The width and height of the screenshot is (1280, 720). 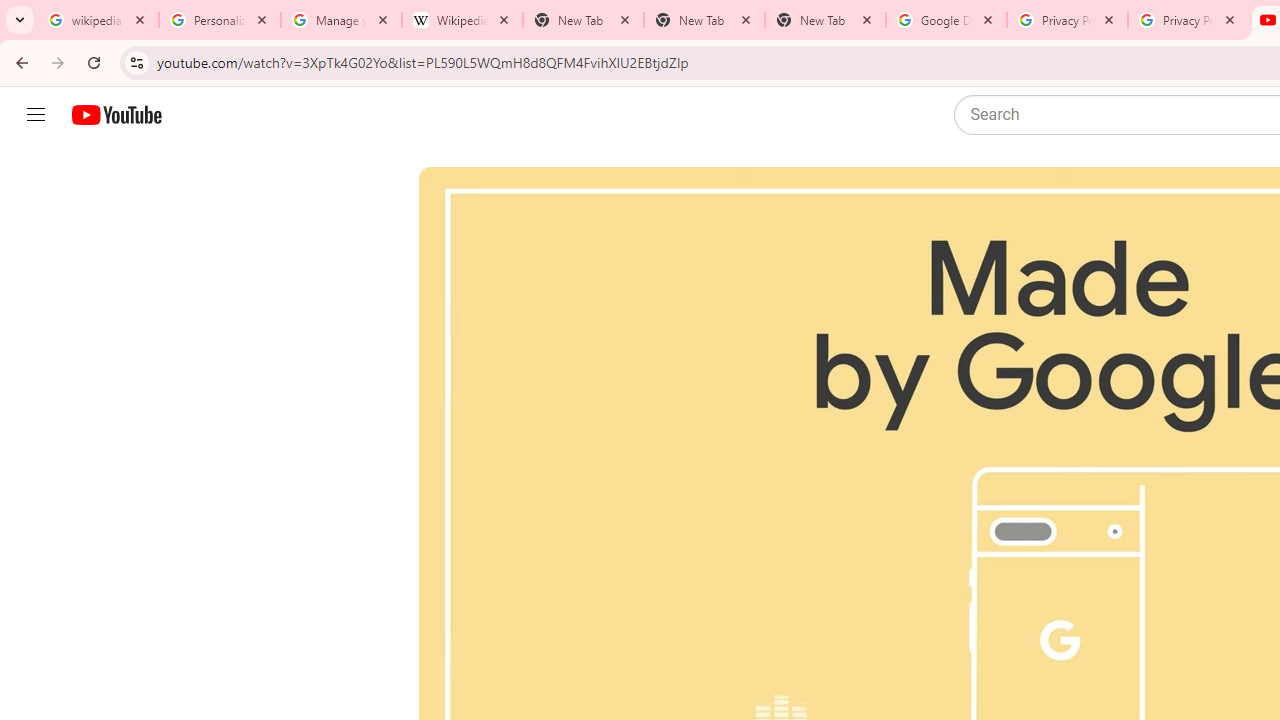 What do you see at coordinates (35, 115) in the screenshot?
I see `'Guide'` at bounding box center [35, 115].